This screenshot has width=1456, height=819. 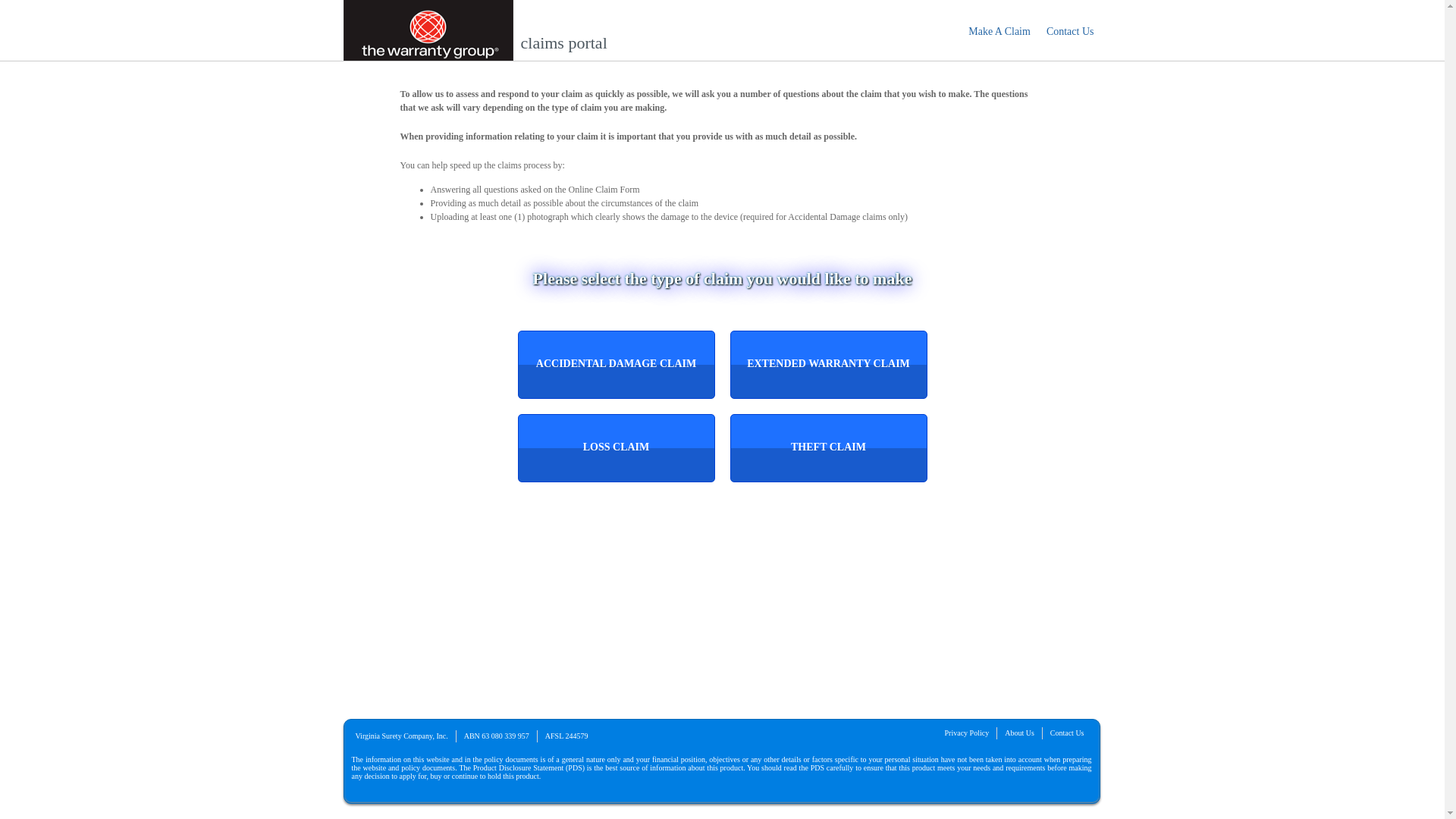 I want to click on 'Theft Claim', so click(x=827, y=447).